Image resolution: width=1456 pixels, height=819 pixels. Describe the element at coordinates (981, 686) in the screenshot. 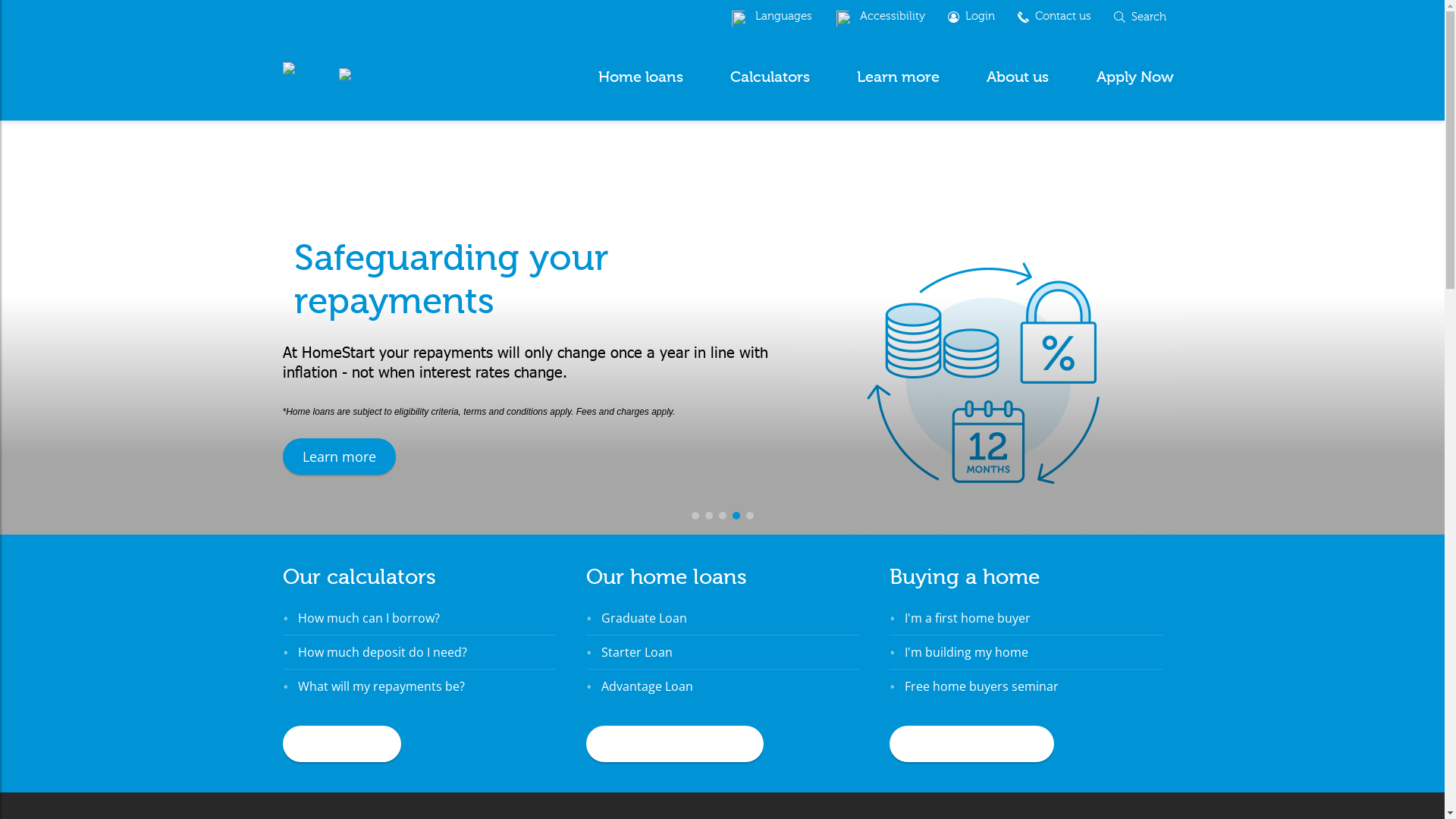

I see `'Free home buyers seminar'` at that location.